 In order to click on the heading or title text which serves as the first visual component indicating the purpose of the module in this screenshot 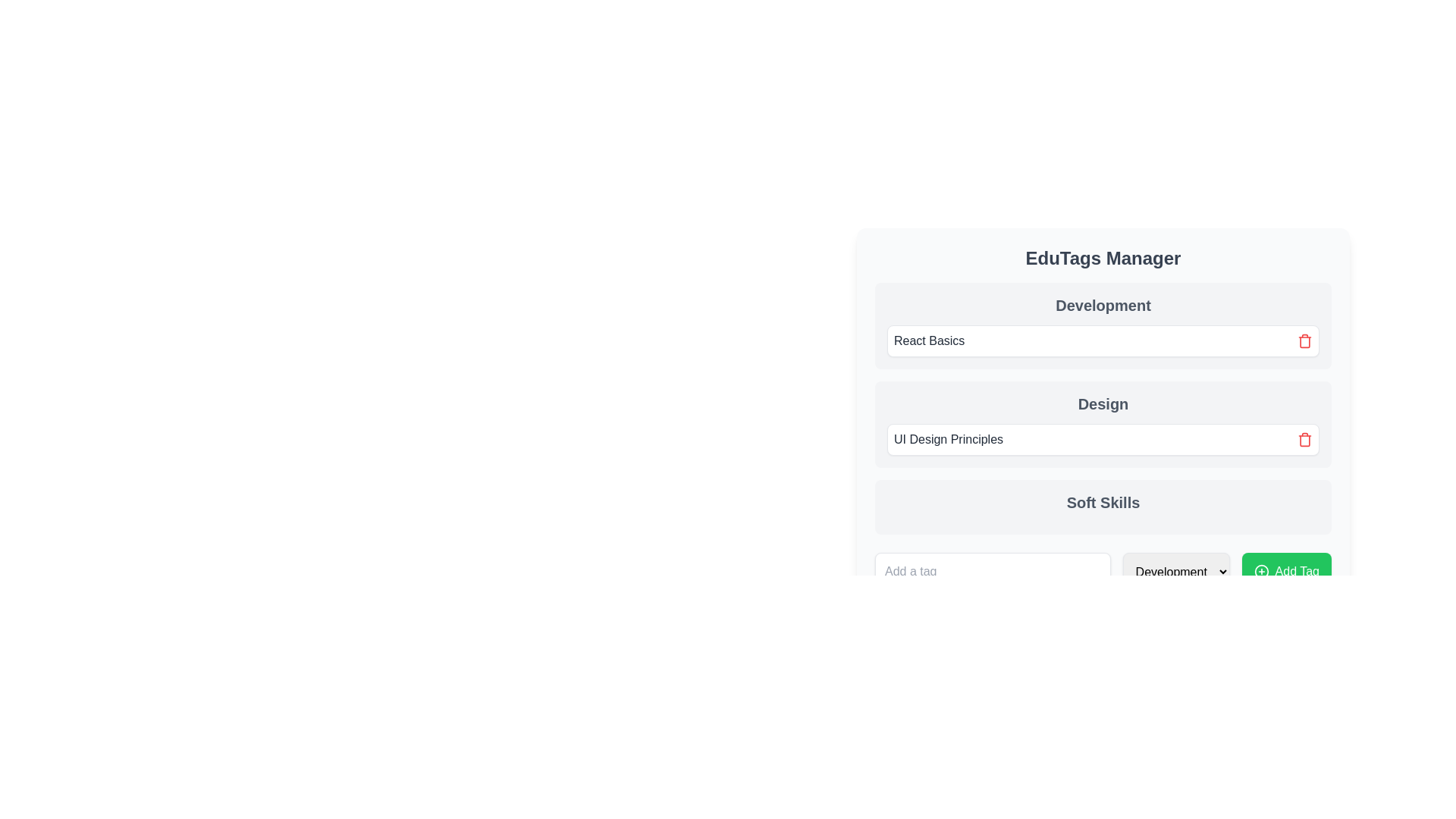, I will do `click(1103, 257)`.